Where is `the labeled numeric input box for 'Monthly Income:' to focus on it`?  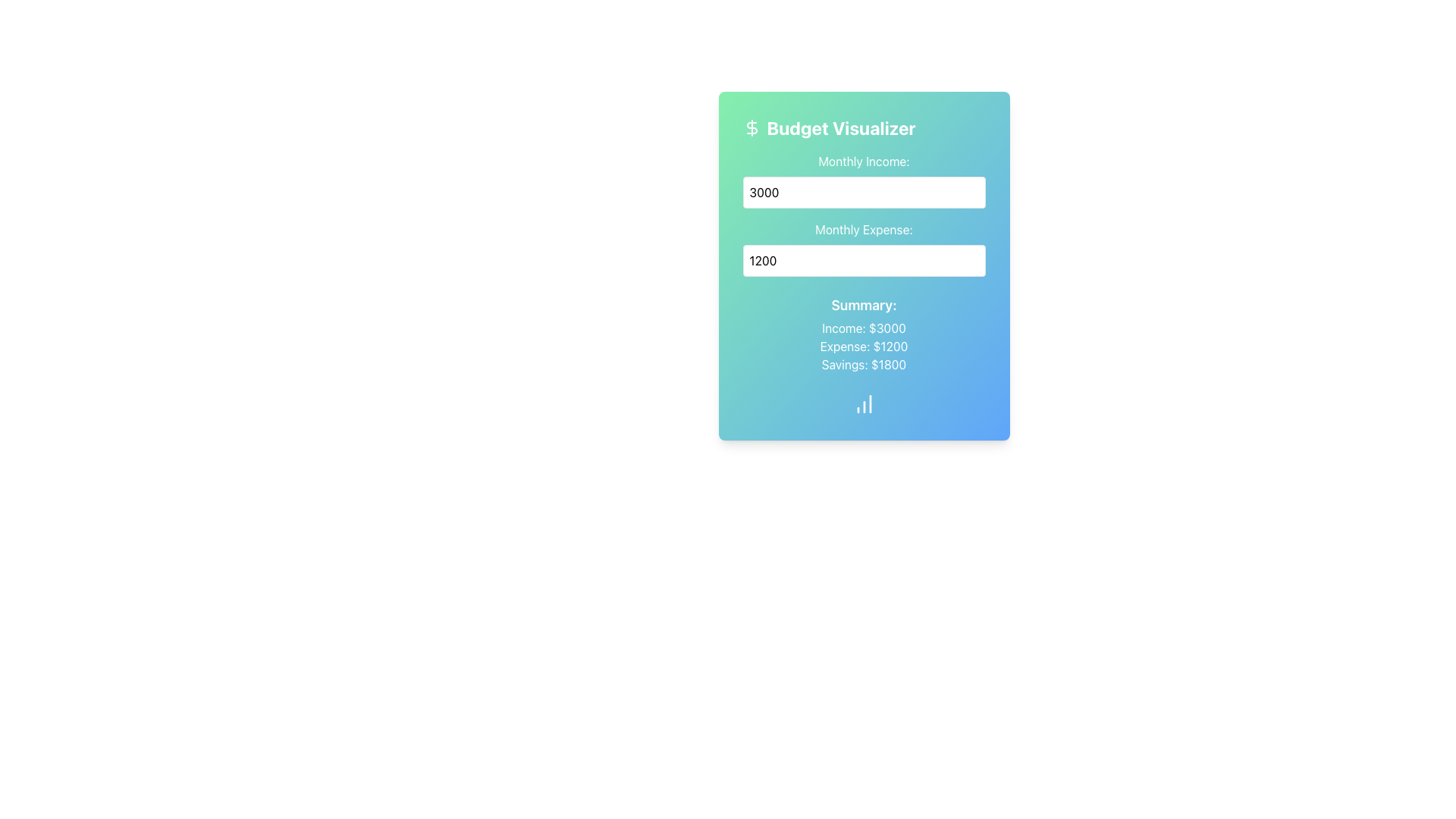 the labeled numeric input box for 'Monthly Income:' to focus on it is located at coordinates (864, 180).